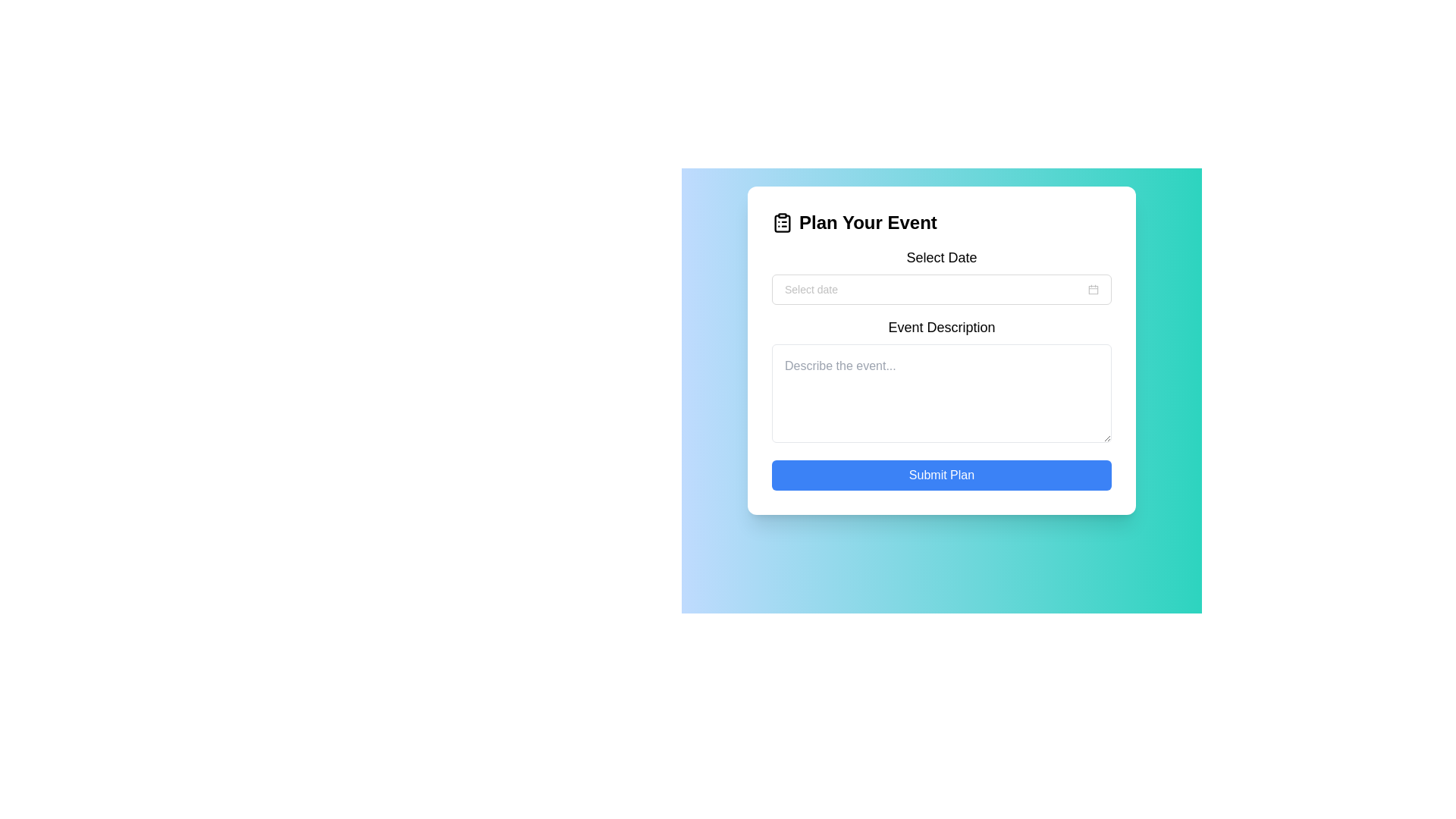  What do you see at coordinates (934, 289) in the screenshot?
I see `the date input field below the title 'Select Date'` at bounding box center [934, 289].